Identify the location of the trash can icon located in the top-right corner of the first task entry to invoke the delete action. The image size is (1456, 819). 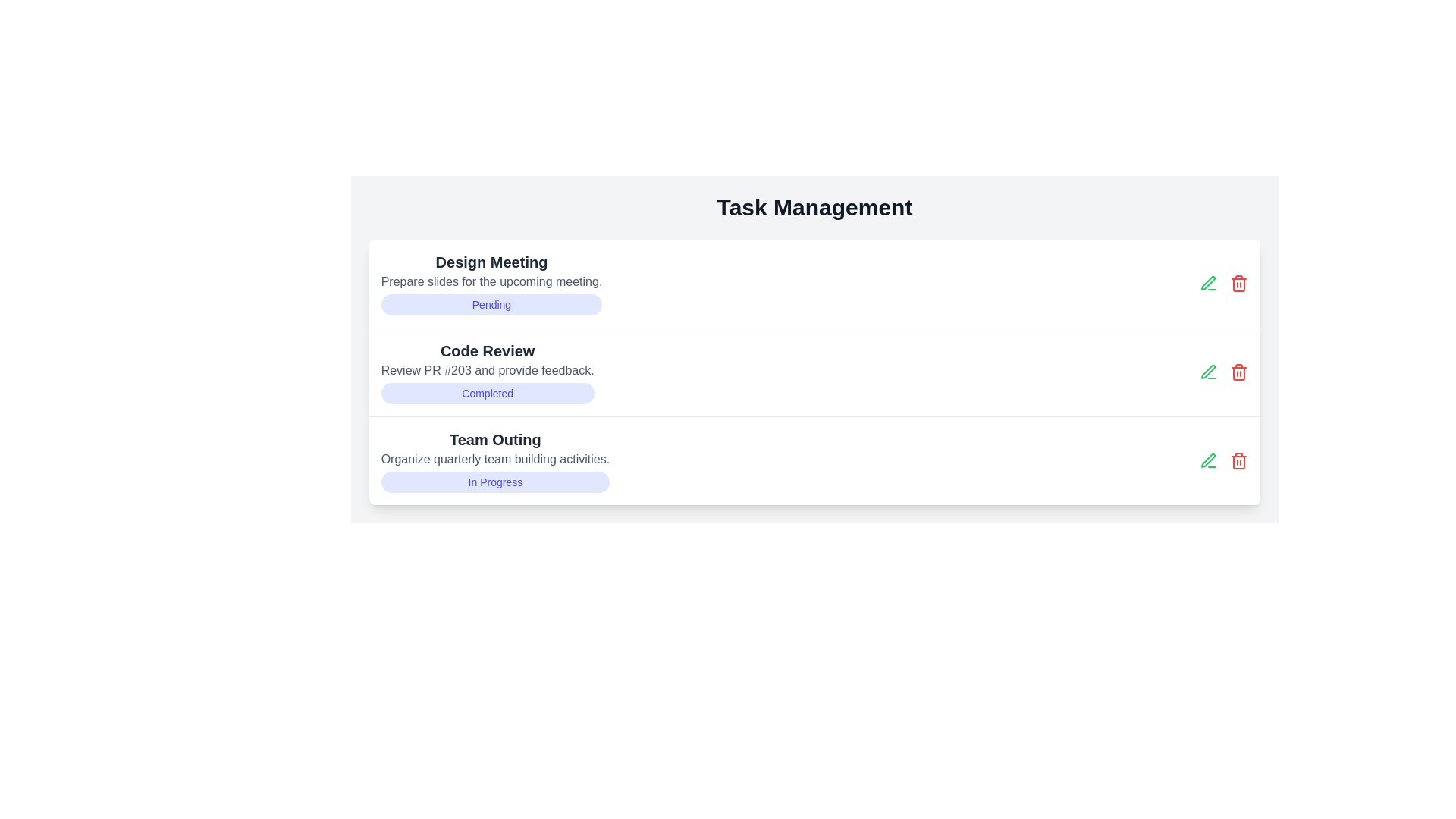
(1239, 284).